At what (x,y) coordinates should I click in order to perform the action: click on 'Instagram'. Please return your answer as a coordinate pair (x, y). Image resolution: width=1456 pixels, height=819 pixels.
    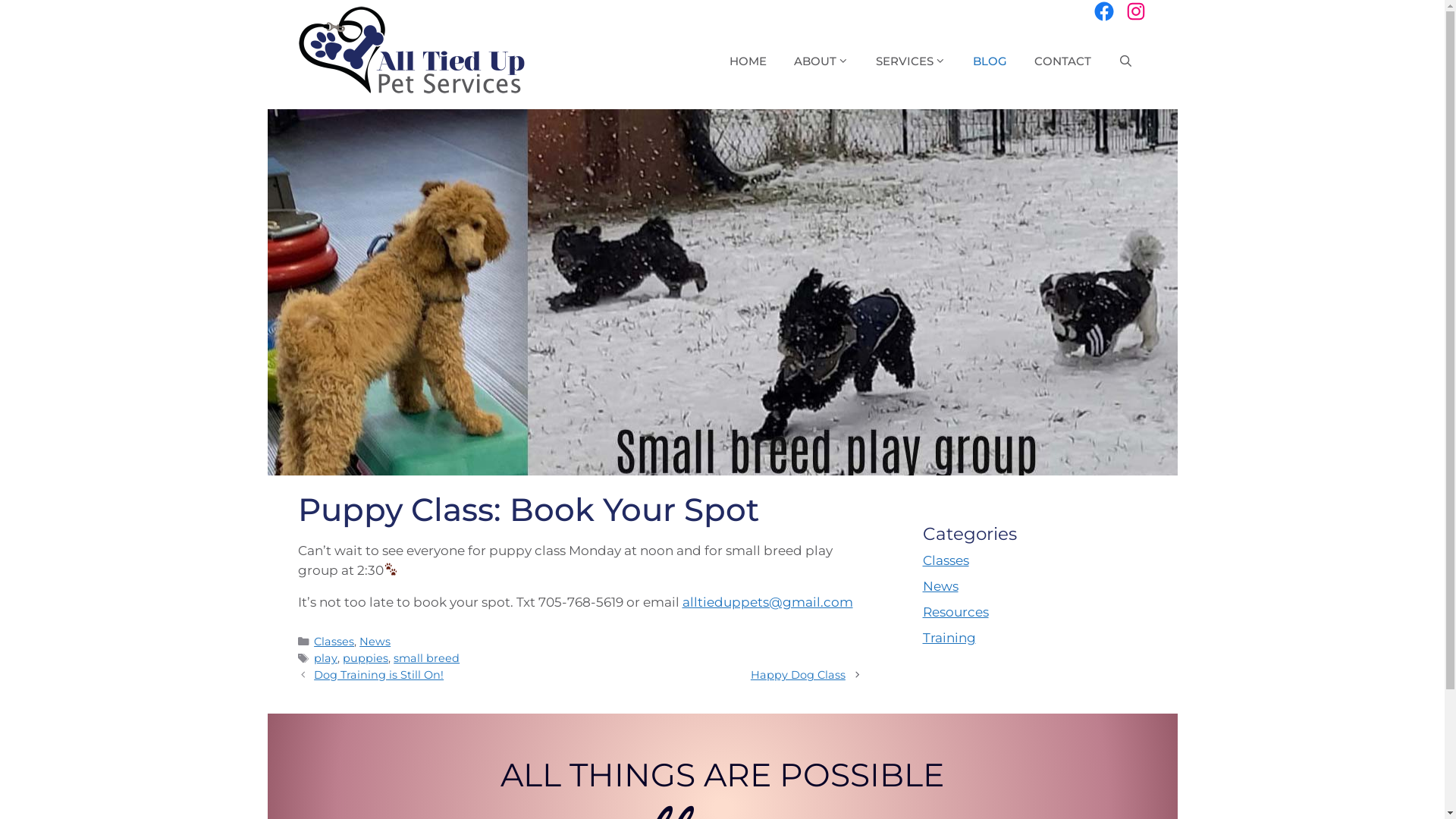
    Looking at the image, I should click on (1135, 11).